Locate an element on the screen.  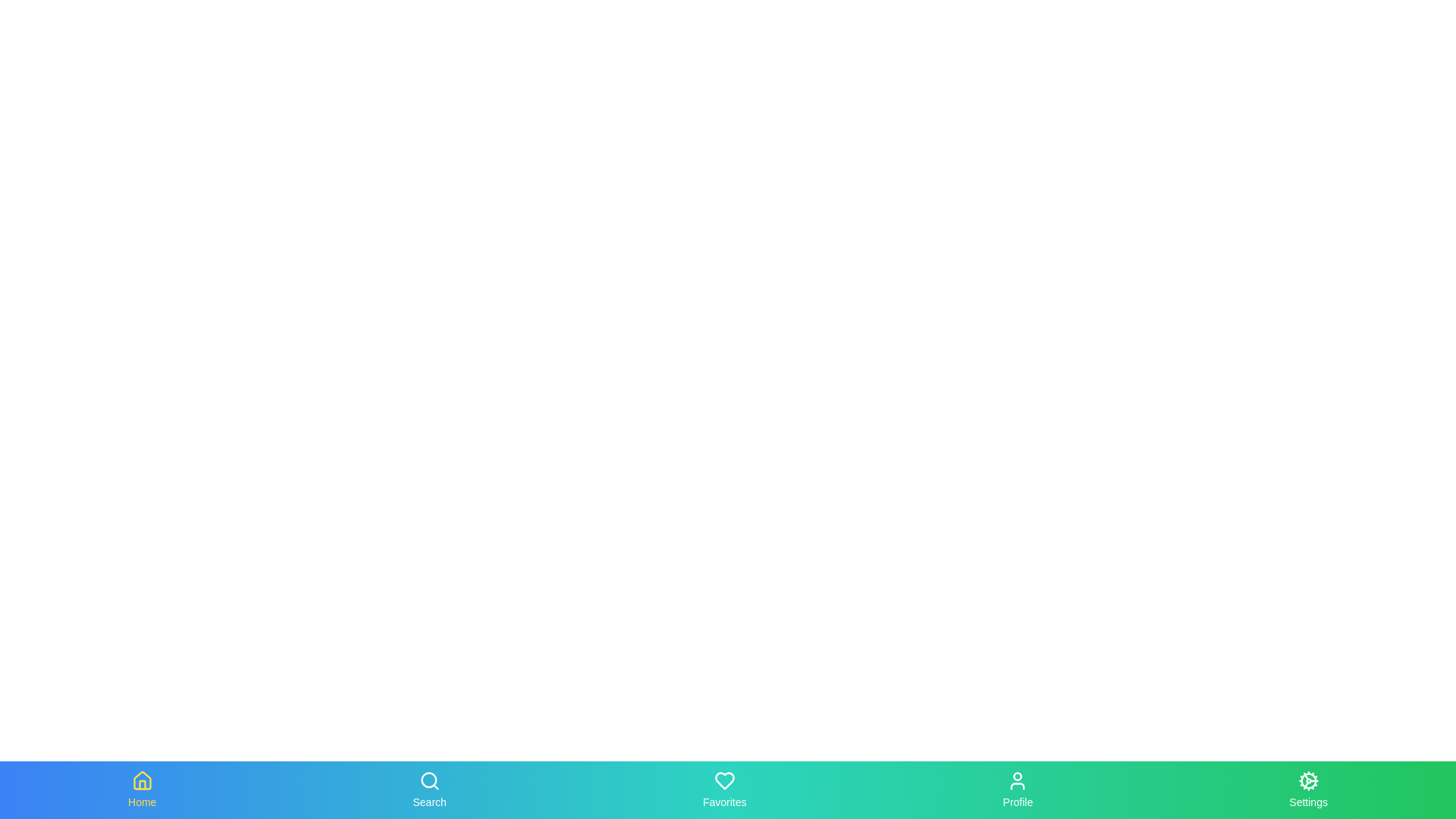
the tab labeled Home to observe the scaling animation is located at coordinates (142, 789).